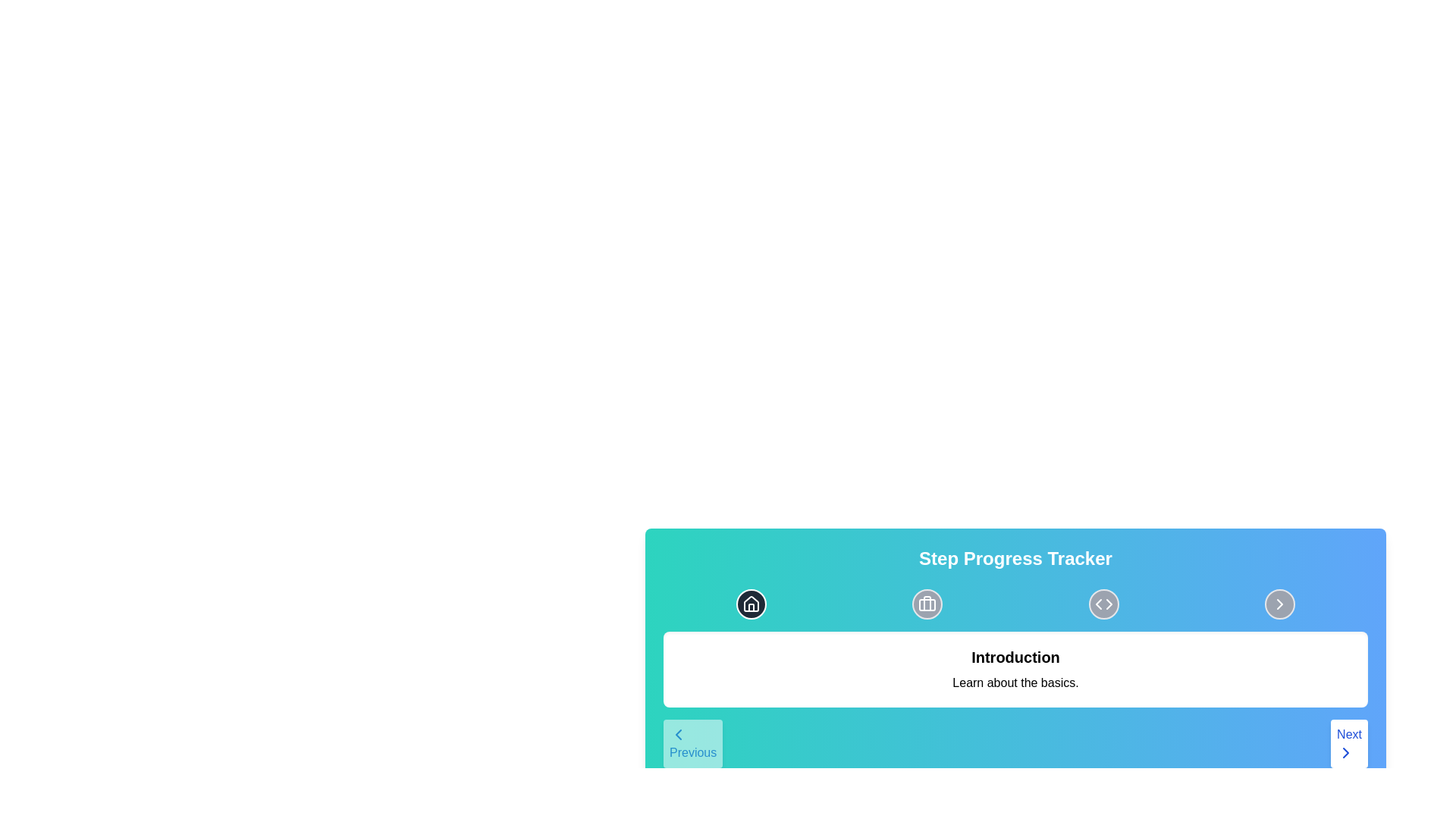  I want to click on the right triangular icon that is part of the central button in the 'Step Progress Tracker' interface, which may involve selecting or navigating options, so click(1109, 604).